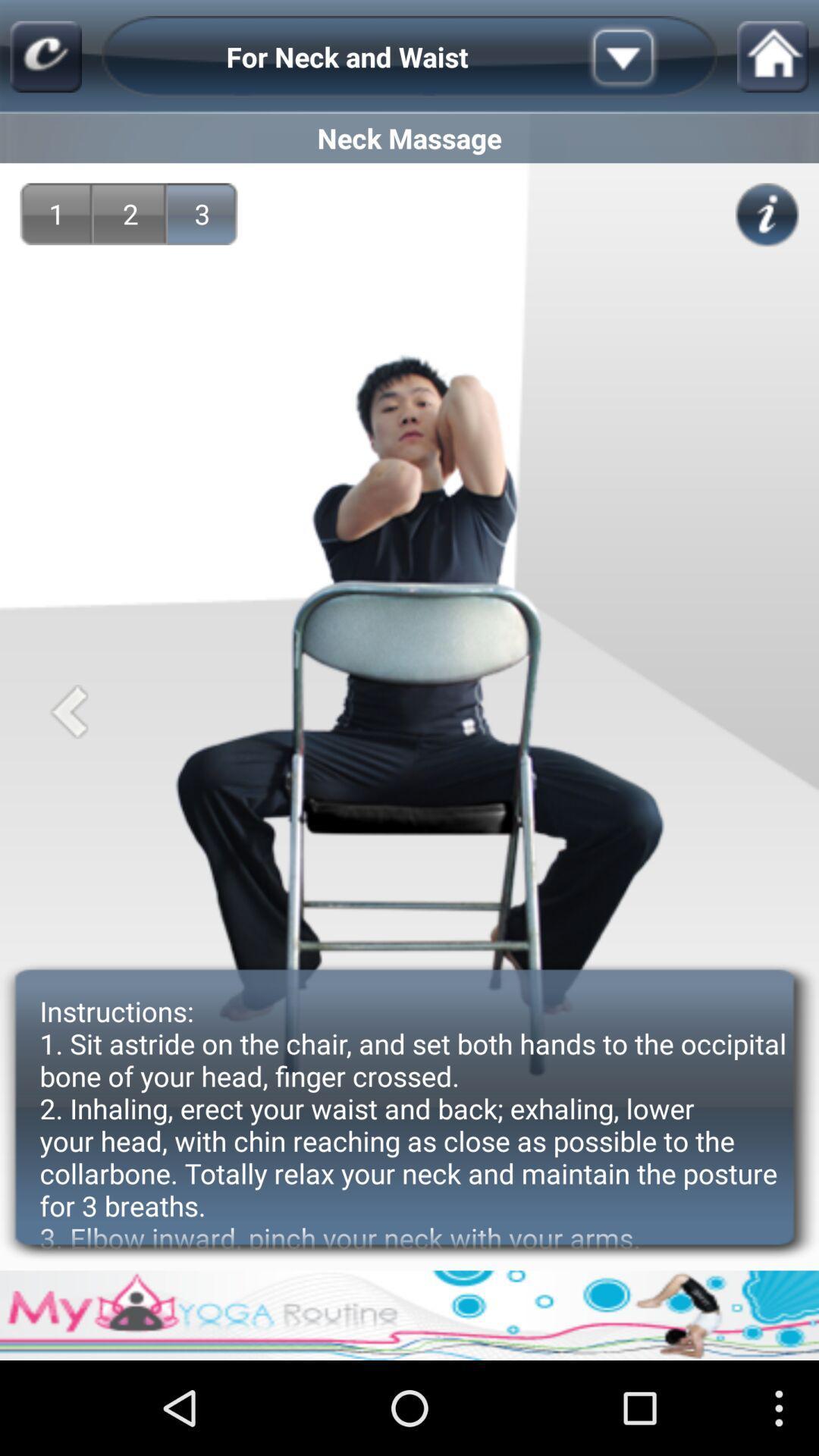 The height and width of the screenshot is (1456, 819). I want to click on item below the neck massage, so click(767, 214).